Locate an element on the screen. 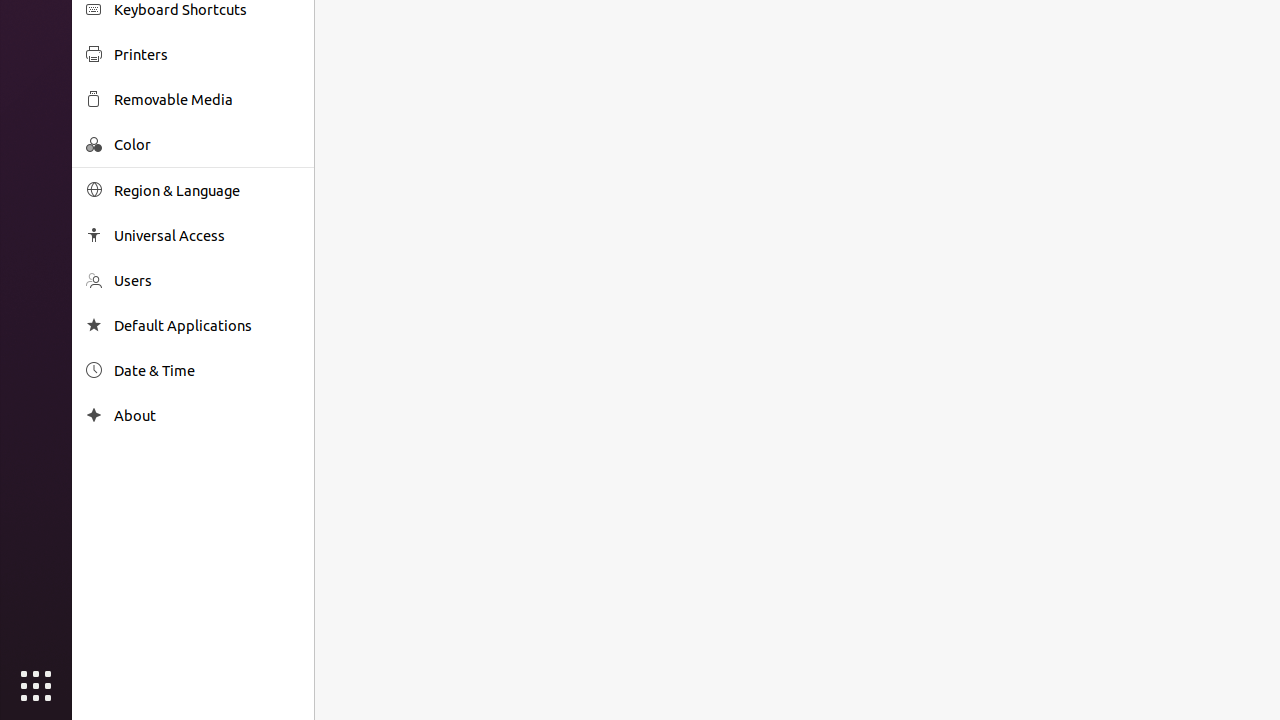 Image resolution: width=1280 pixels, height=720 pixels. 'Keyboard Shortcuts' is located at coordinates (206, 9).